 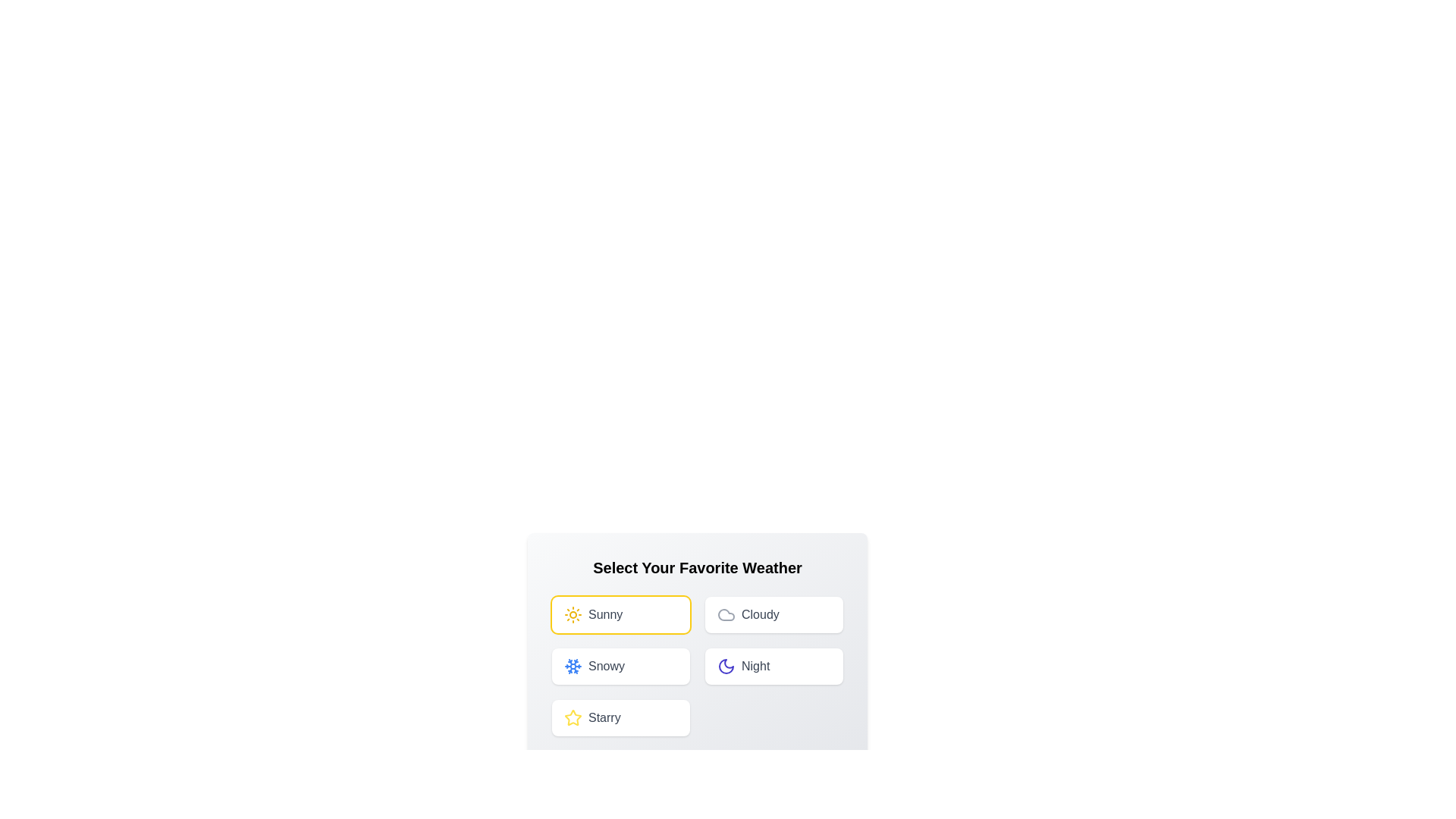 I want to click on the snowflake icon, which is styled in blue and represents snowy weather, located within the 'Snowy' weather option button, so click(x=572, y=666).